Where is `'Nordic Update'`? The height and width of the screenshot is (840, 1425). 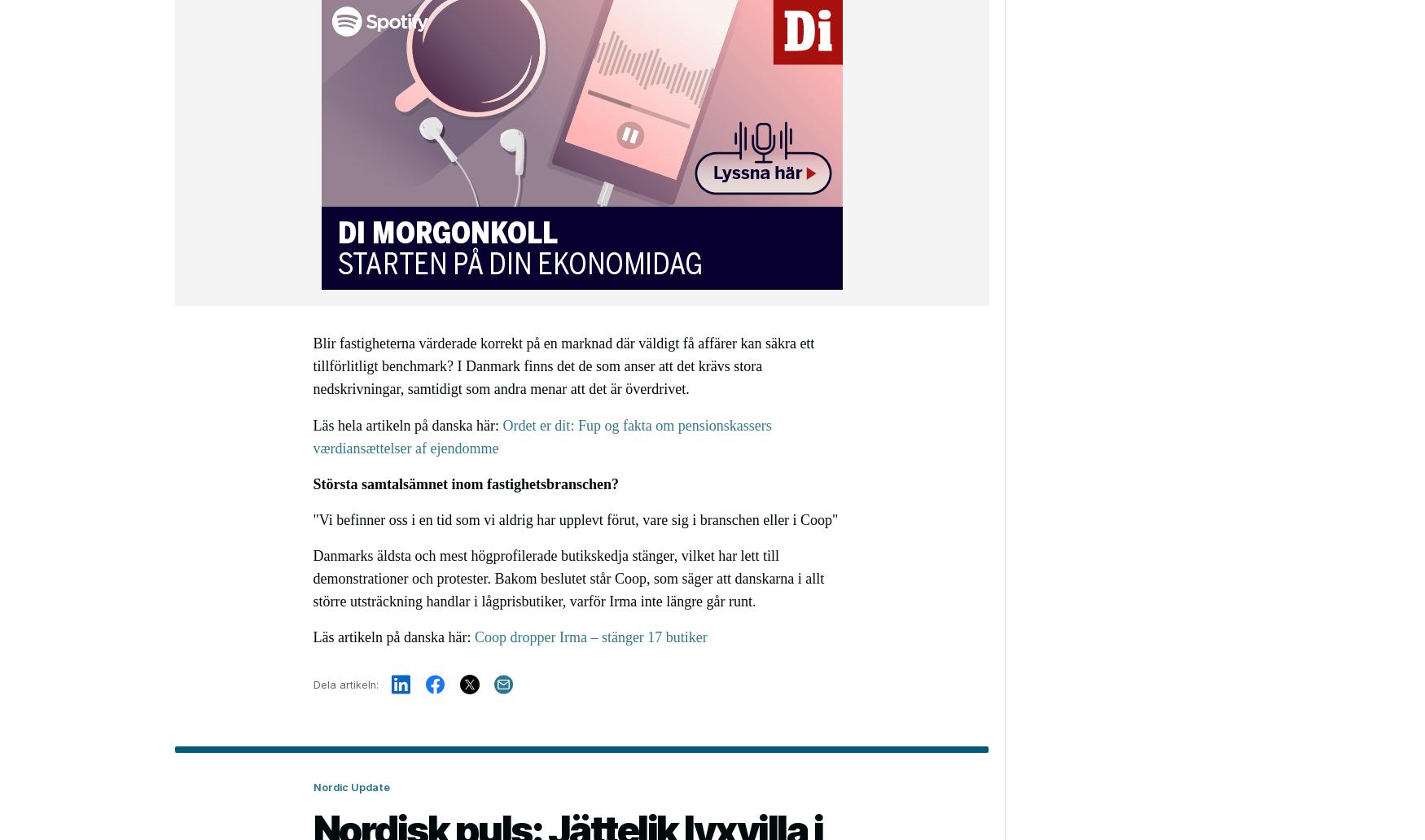
'Nordic Update' is located at coordinates (350, 785).